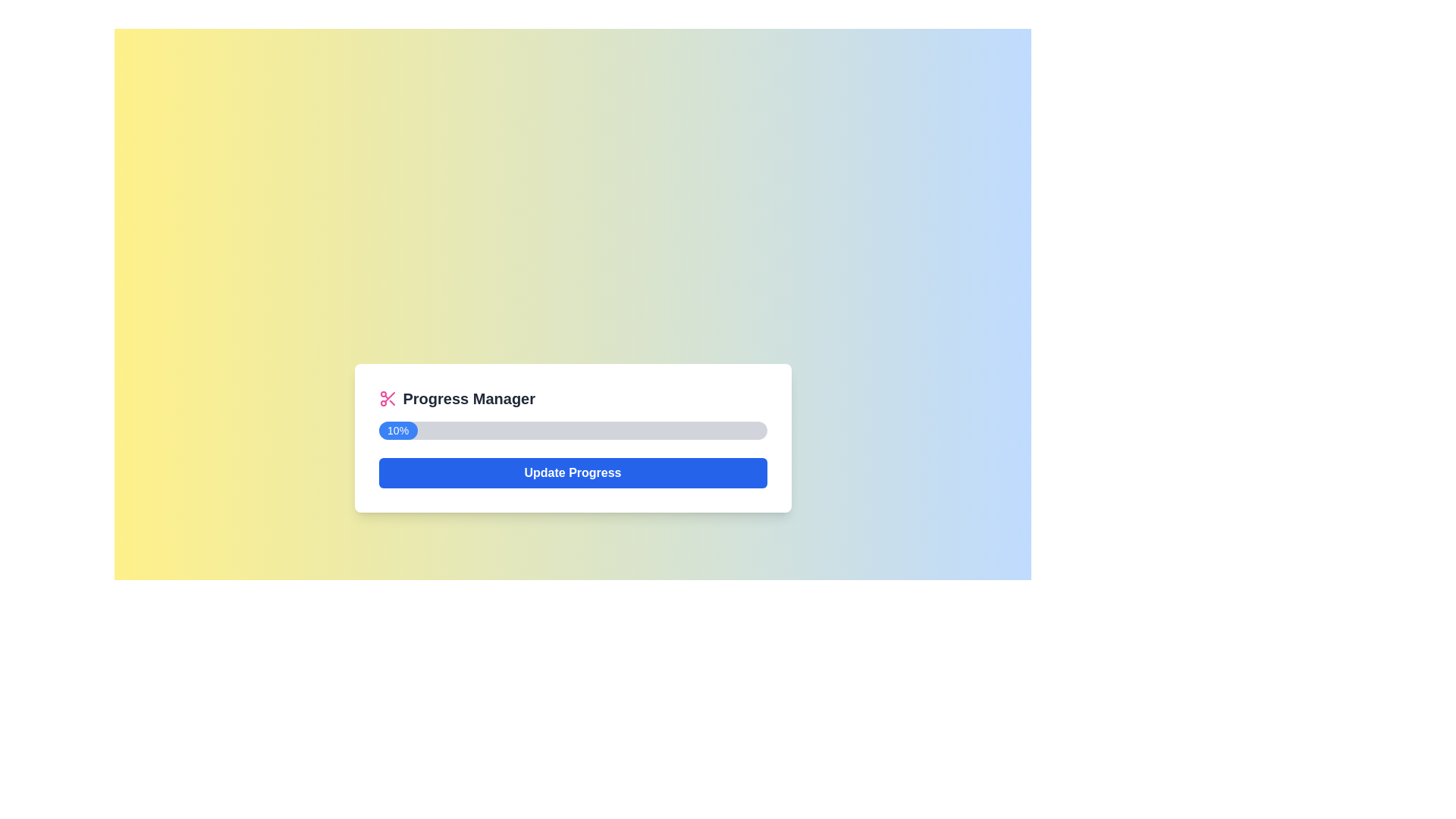  What do you see at coordinates (388, 397) in the screenshot?
I see `the vivid pink scissors icon located to the left of the 'Progress Manager' text in the header` at bounding box center [388, 397].